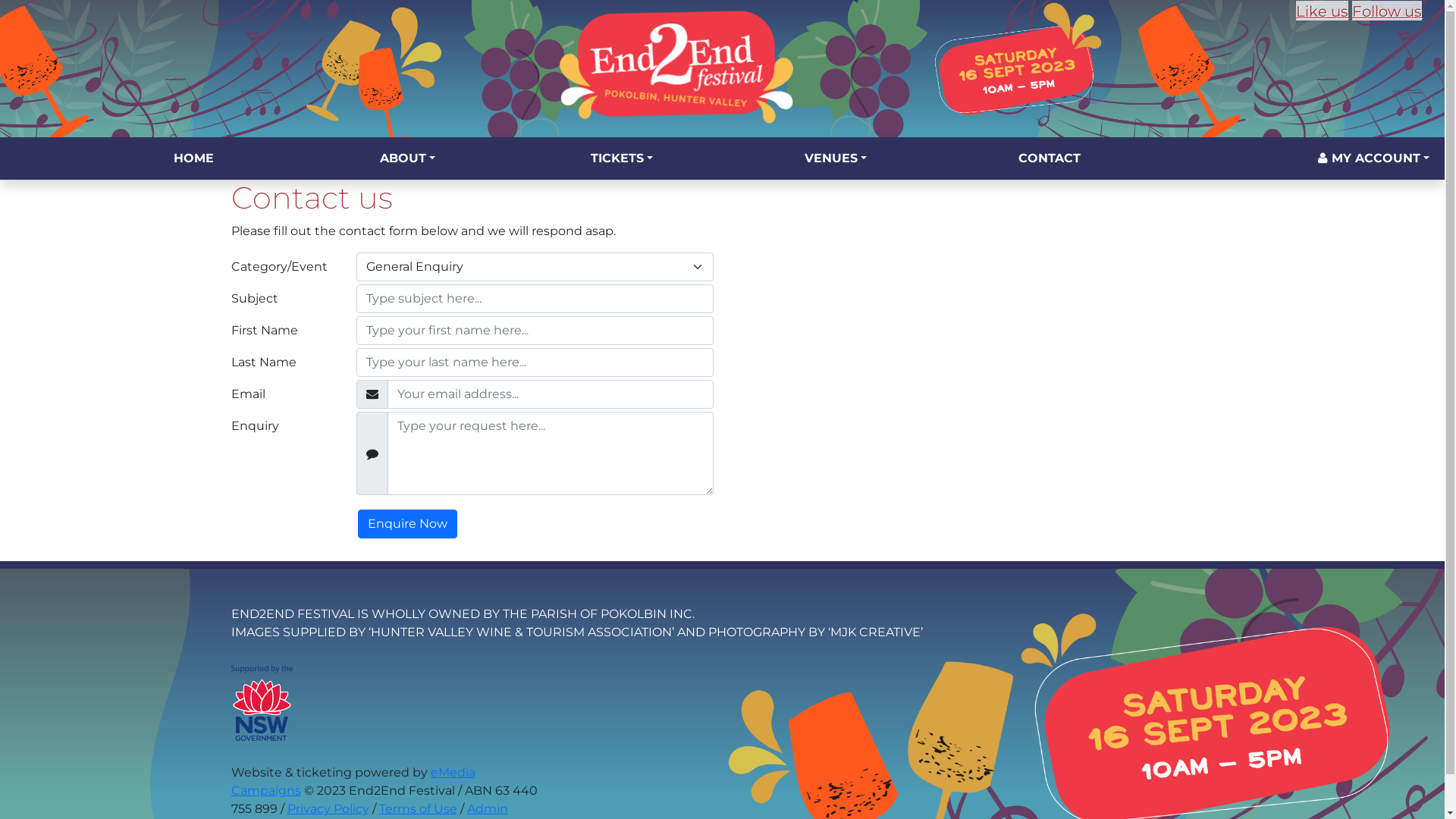  What do you see at coordinates (1386, 11) in the screenshot?
I see `'Follow us'` at bounding box center [1386, 11].